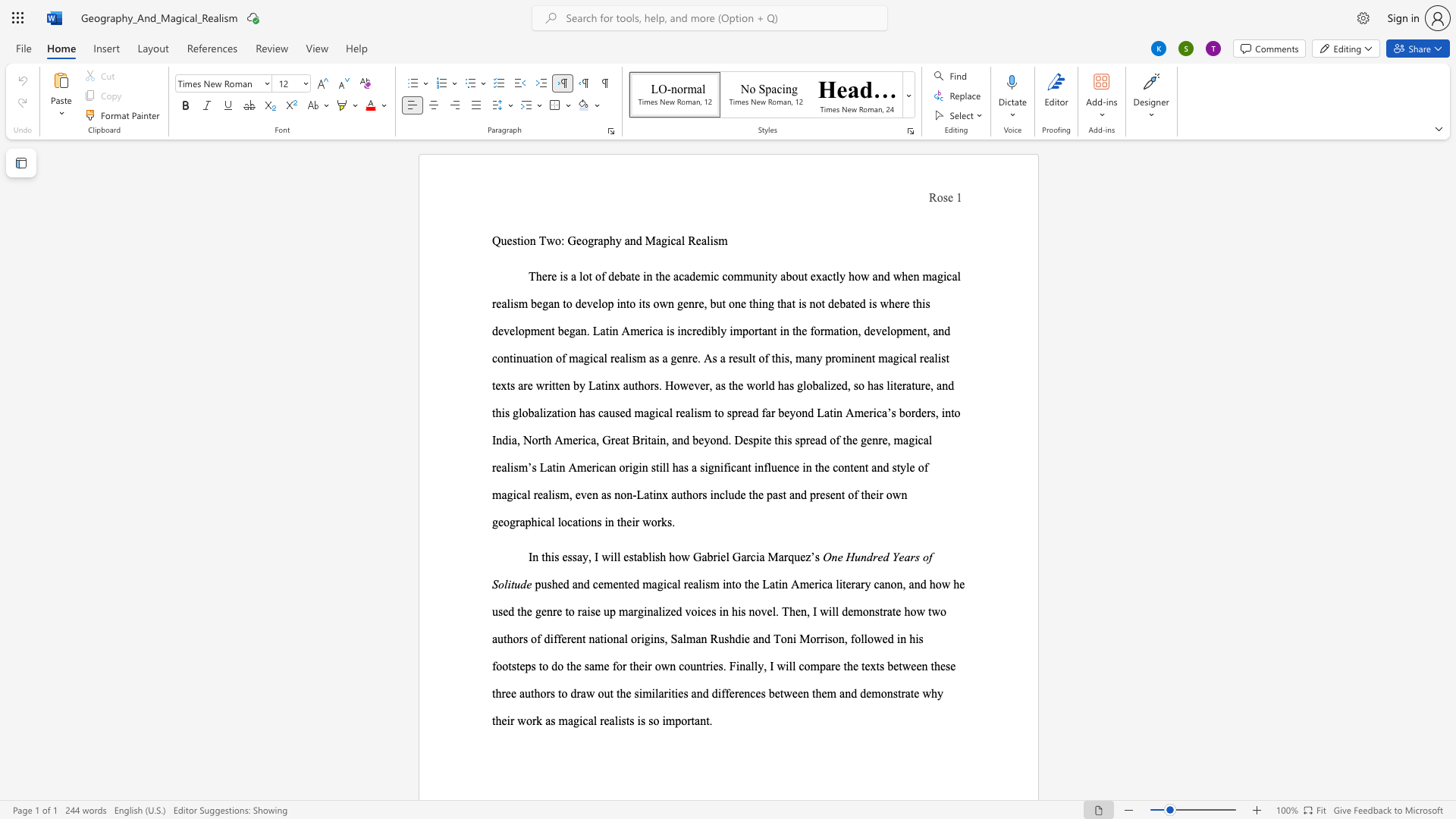 The height and width of the screenshot is (819, 1456). I want to click on the 4th character "o" in the text, so click(505, 665).